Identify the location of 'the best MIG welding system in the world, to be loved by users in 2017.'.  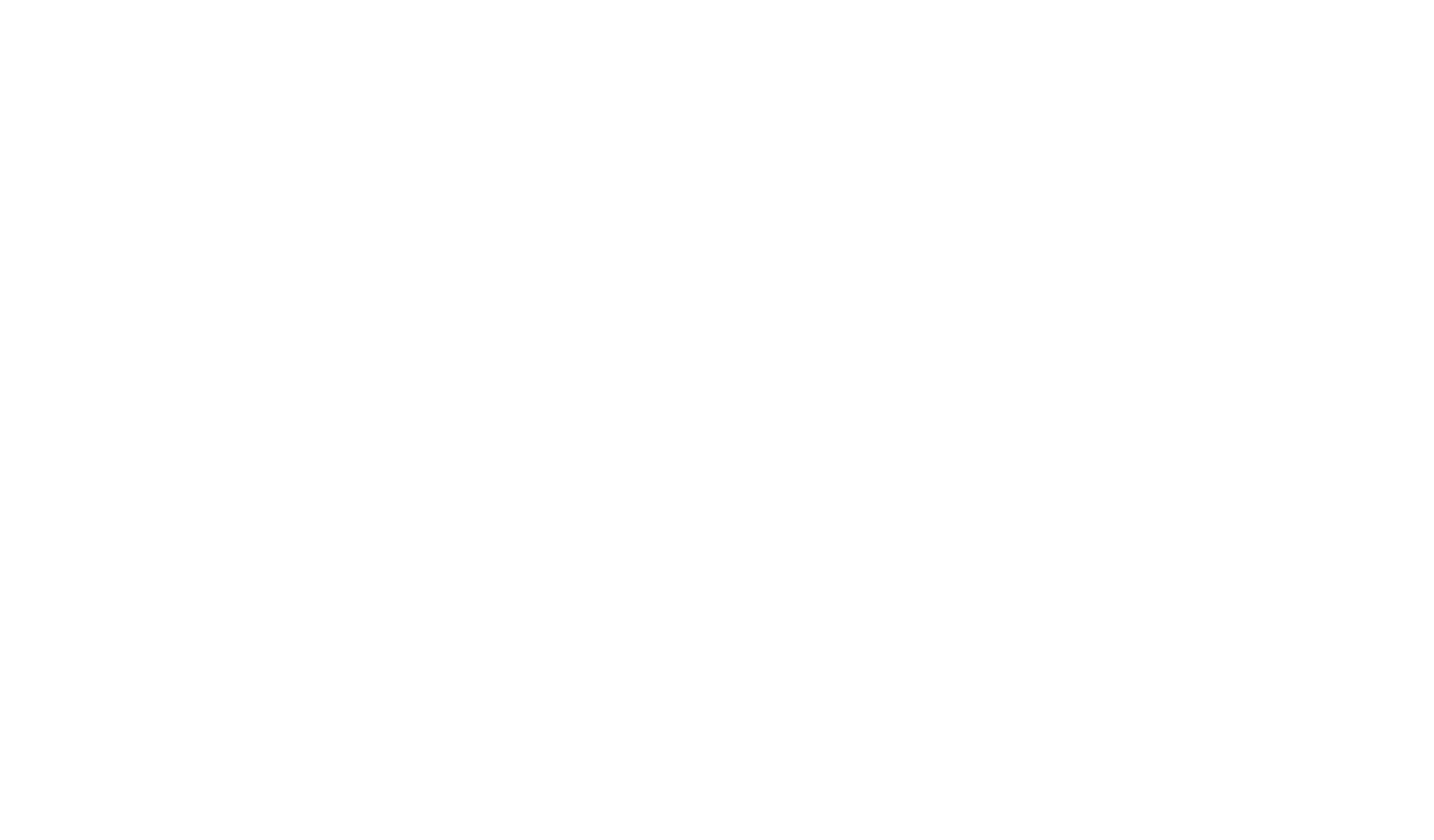
(581, 21).